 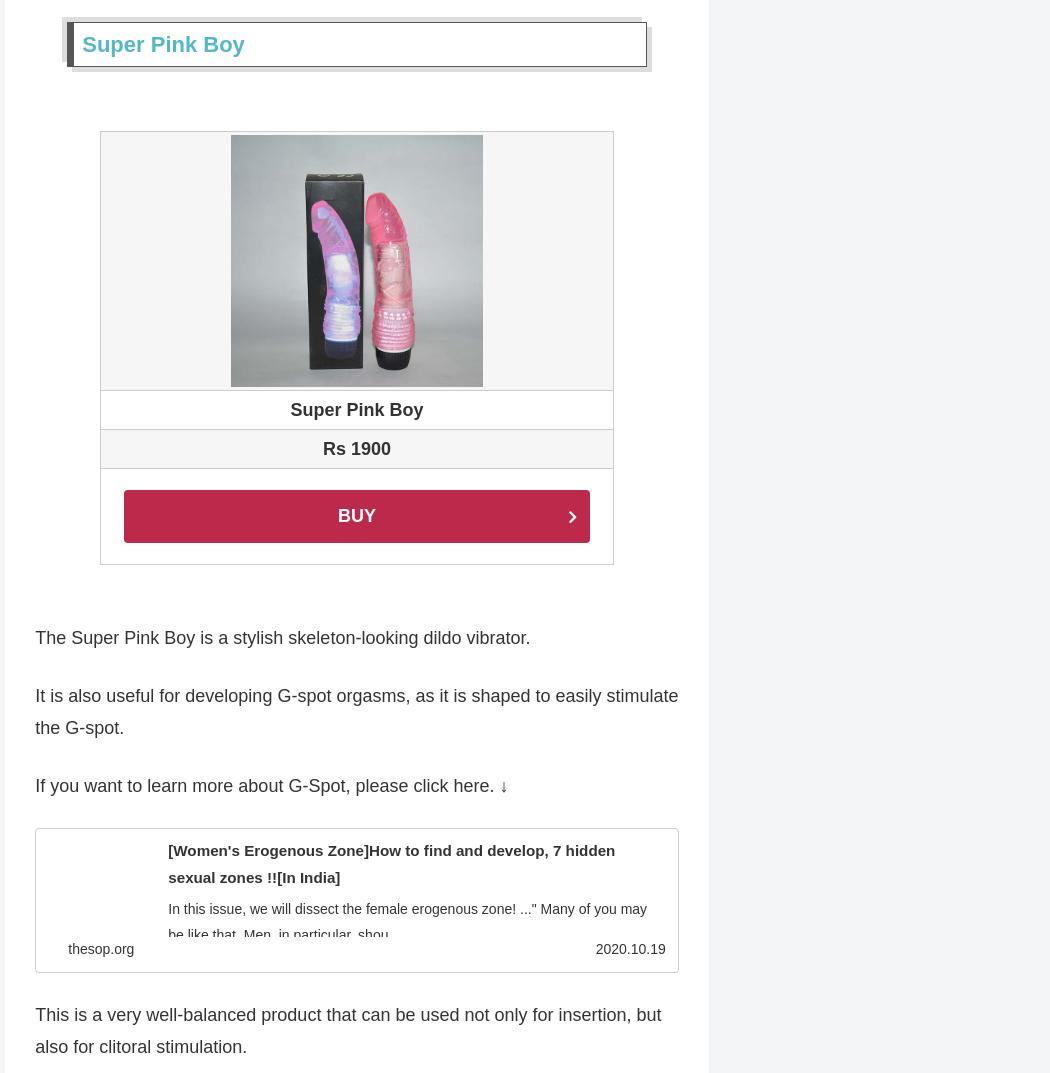 What do you see at coordinates (34, 639) in the screenshot?
I see `'The Super Pink Boy is a stylish skeleton-looking dildo vibrator.'` at bounding box center [34, 639].